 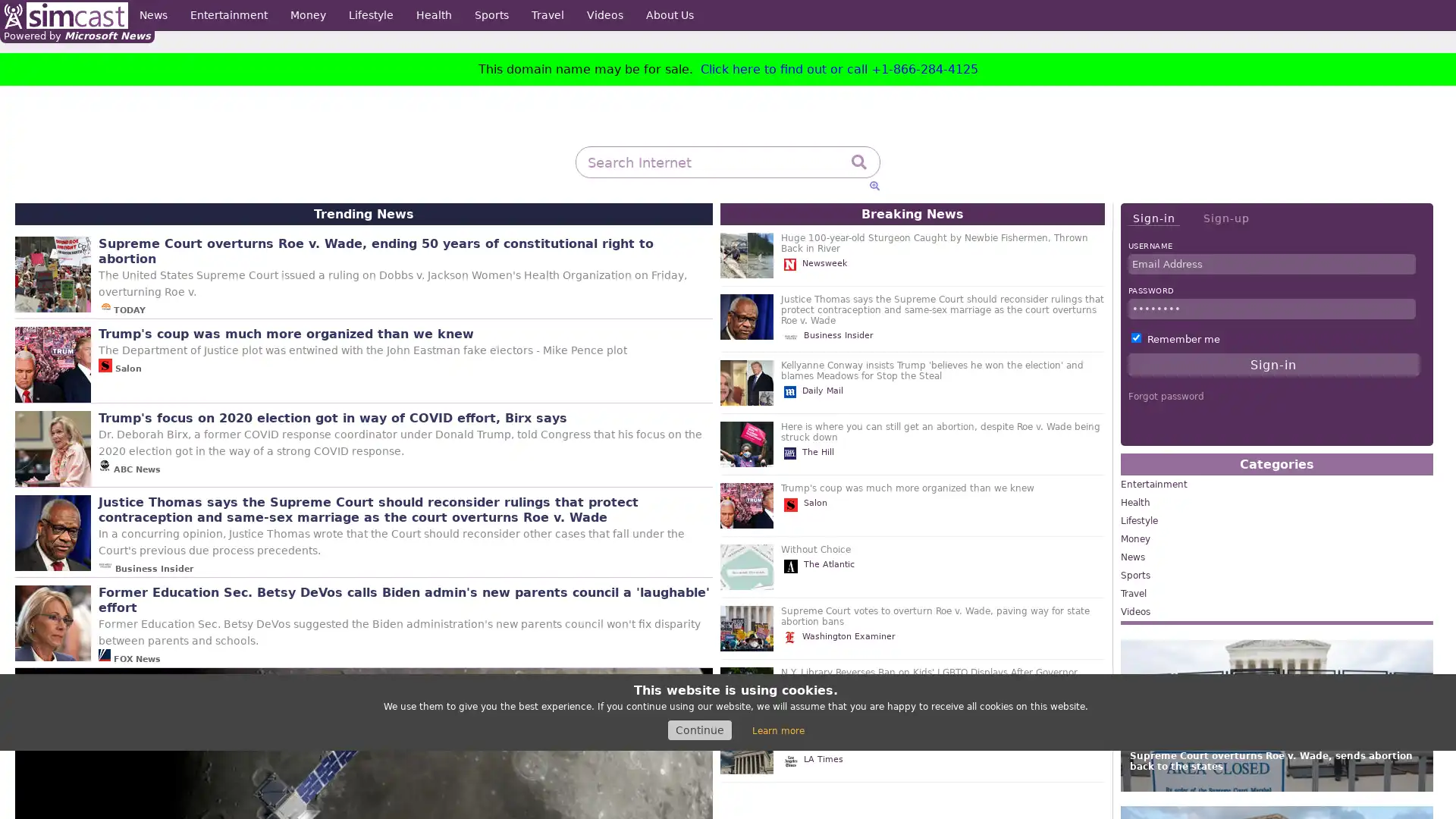 I want to click on Sign-up, so click(x=1225, y=218).